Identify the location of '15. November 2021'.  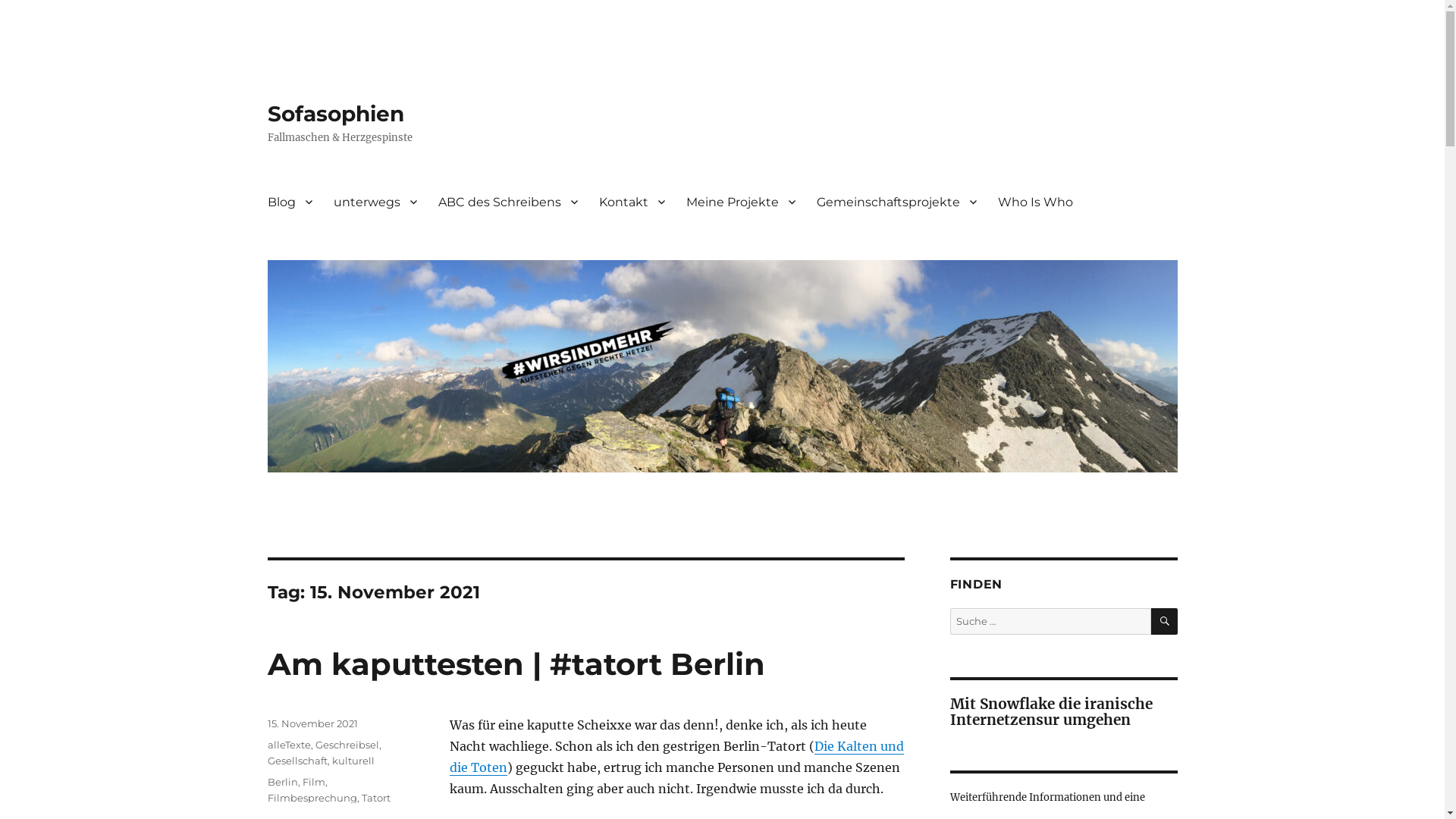
(311, 722).